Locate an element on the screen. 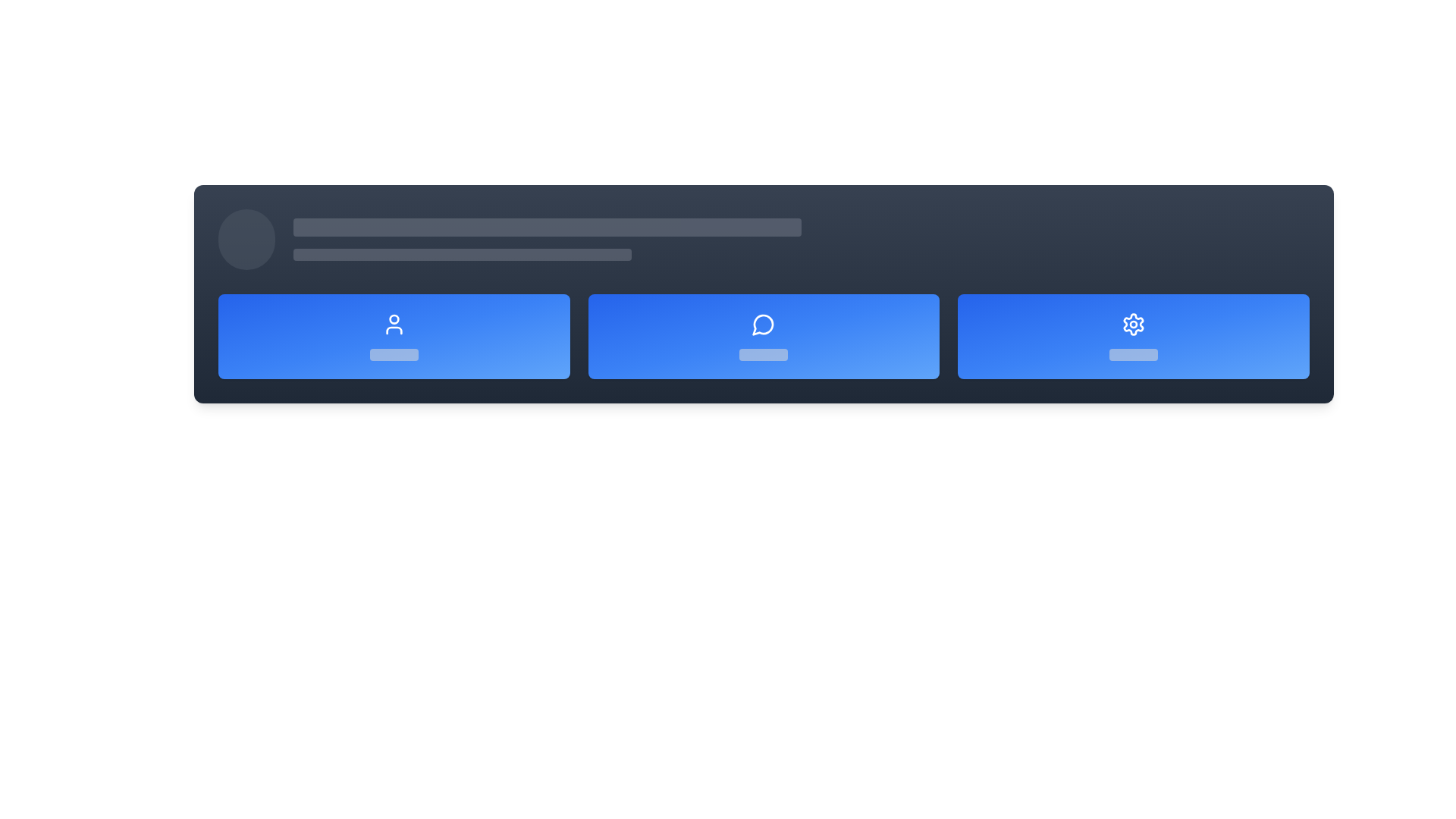  the loading animation of the Skeleton placeholder located in a blue rounded rectangular card, positioned centrally among a horizontal row of cards, below the chat bubble icon is located at coordinates (764, 354).